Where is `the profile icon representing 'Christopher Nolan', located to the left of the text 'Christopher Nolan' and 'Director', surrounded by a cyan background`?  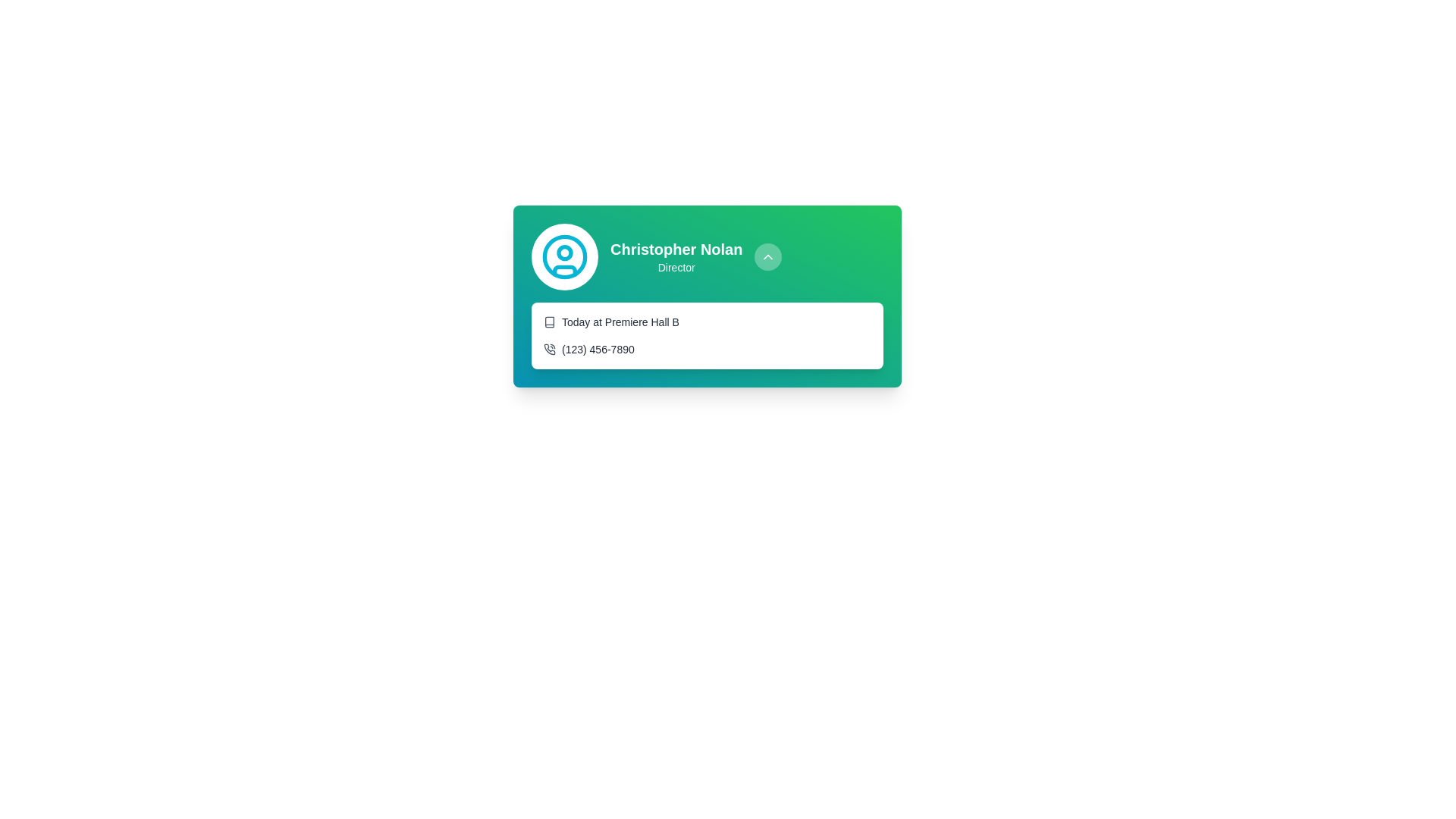 the profile icon representing 'Christopher Nolan', located to the left of the text 'Christopher Nolan' and 'Director', surrounded by a cyan background is located at coordinates (563, 256).